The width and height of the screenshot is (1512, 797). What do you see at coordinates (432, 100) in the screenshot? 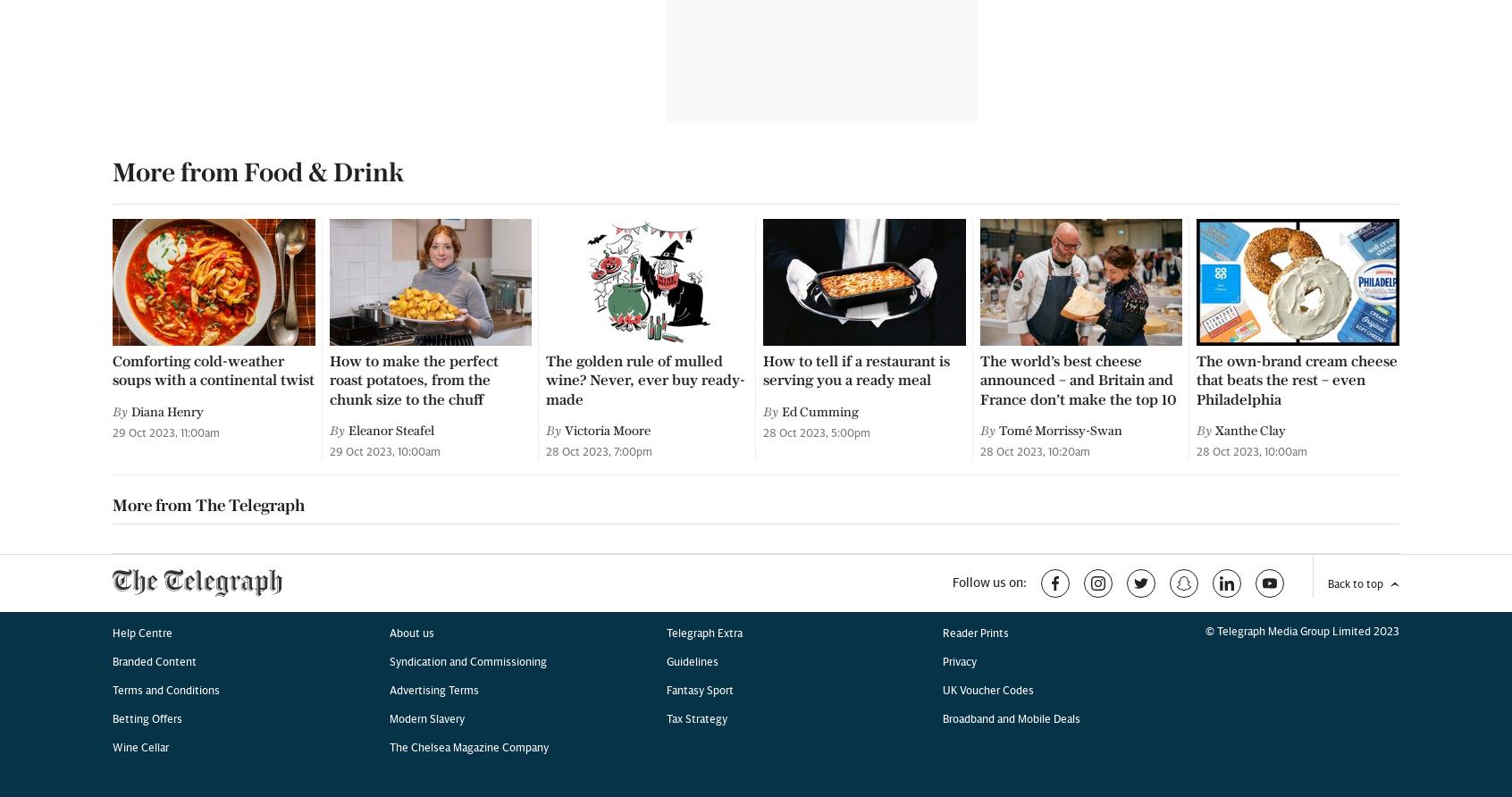
I see `'Advertising Terms'` at bounding box center [432, 100].